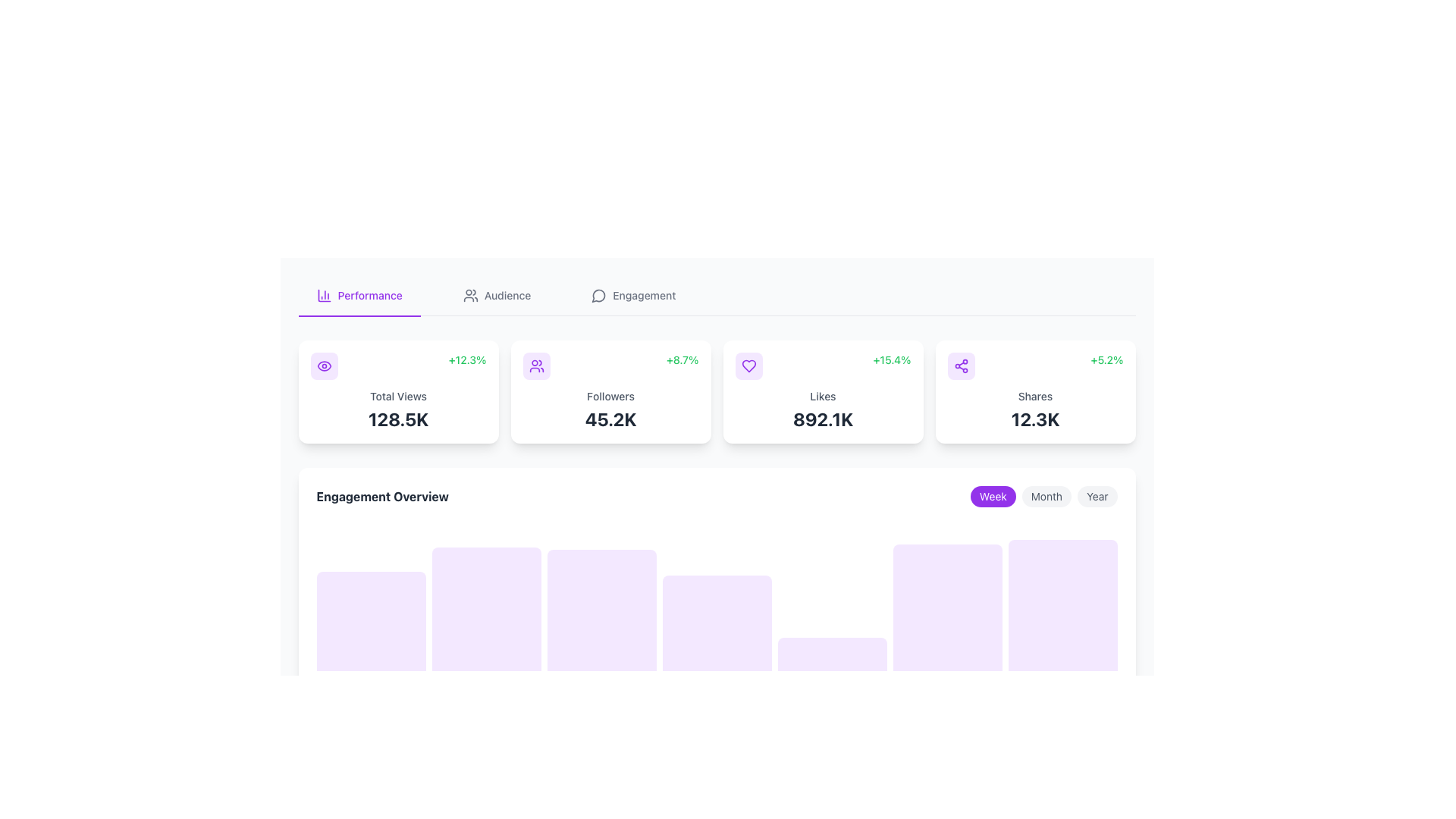 The image size is (1456, 819). What do you see at coordinates (1097, 497) in the screenshot?
I see `the 'Year' button, which is the third and rightmost button in a group of three, to observe the hover effect` at bounding box center [1097, 497].